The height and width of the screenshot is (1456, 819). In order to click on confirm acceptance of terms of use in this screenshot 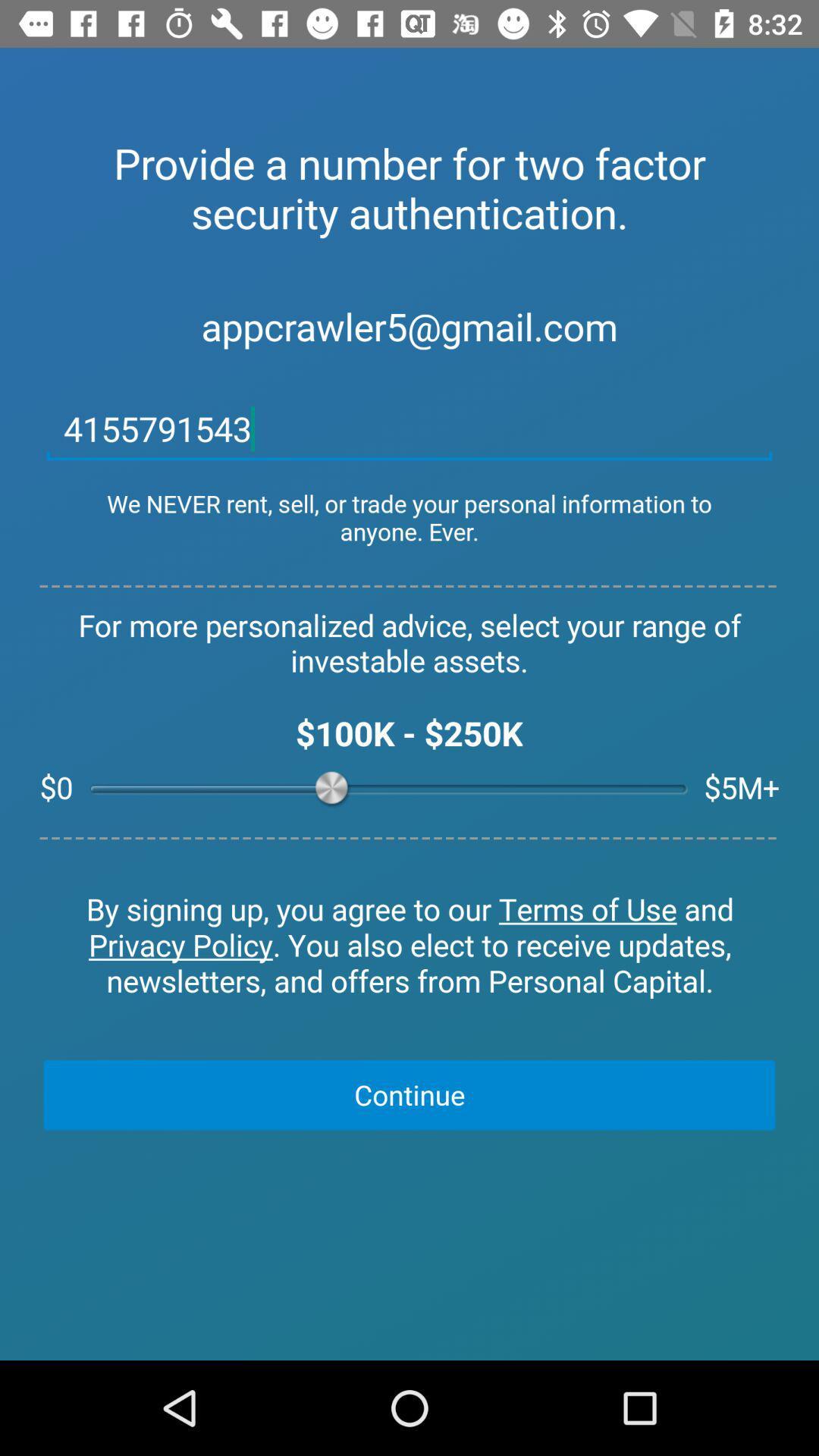, I will do `click(409, 946)`.